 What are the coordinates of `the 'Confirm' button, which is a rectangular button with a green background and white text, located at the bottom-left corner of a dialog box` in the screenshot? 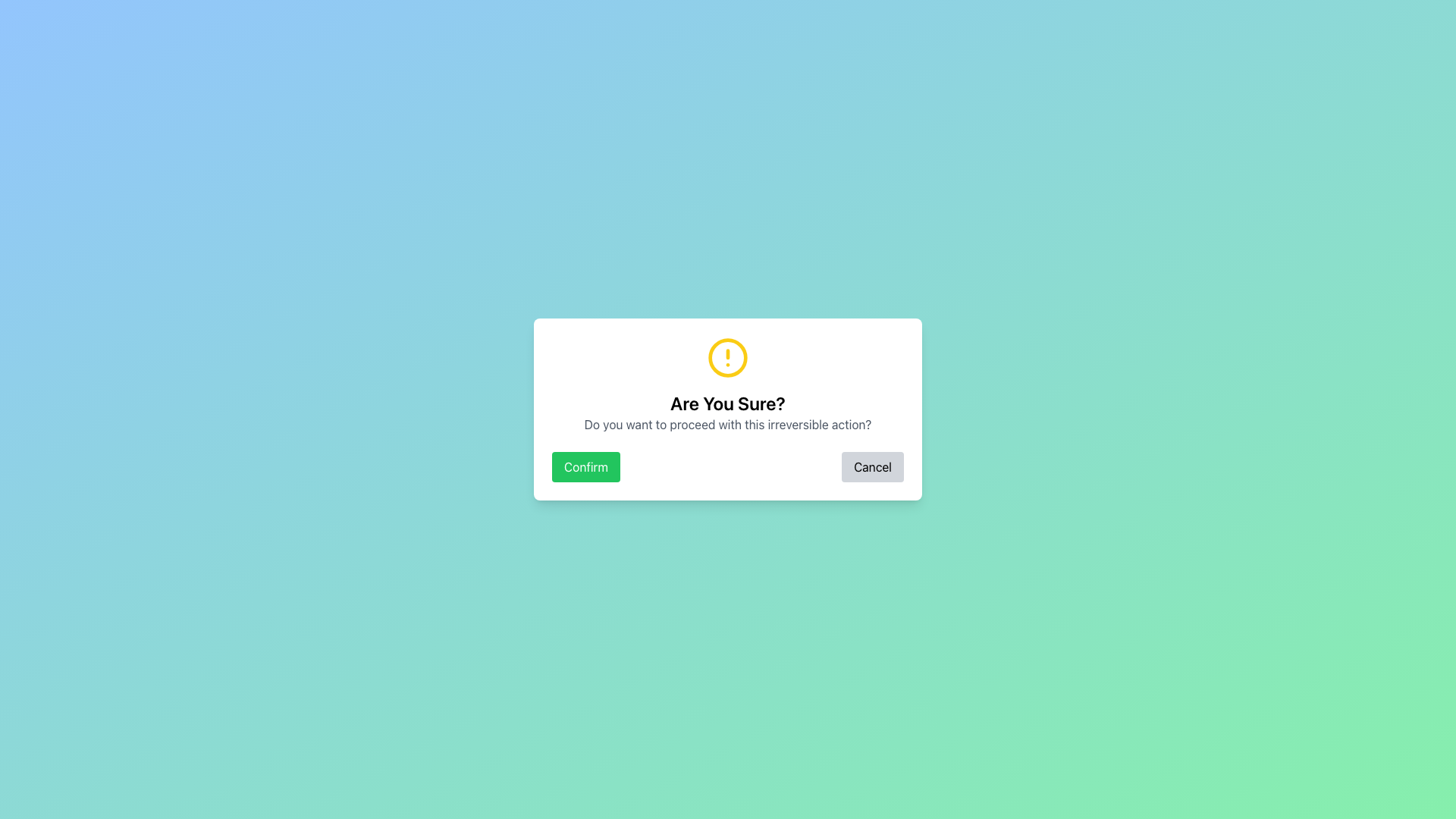 It's located at (585, 466).